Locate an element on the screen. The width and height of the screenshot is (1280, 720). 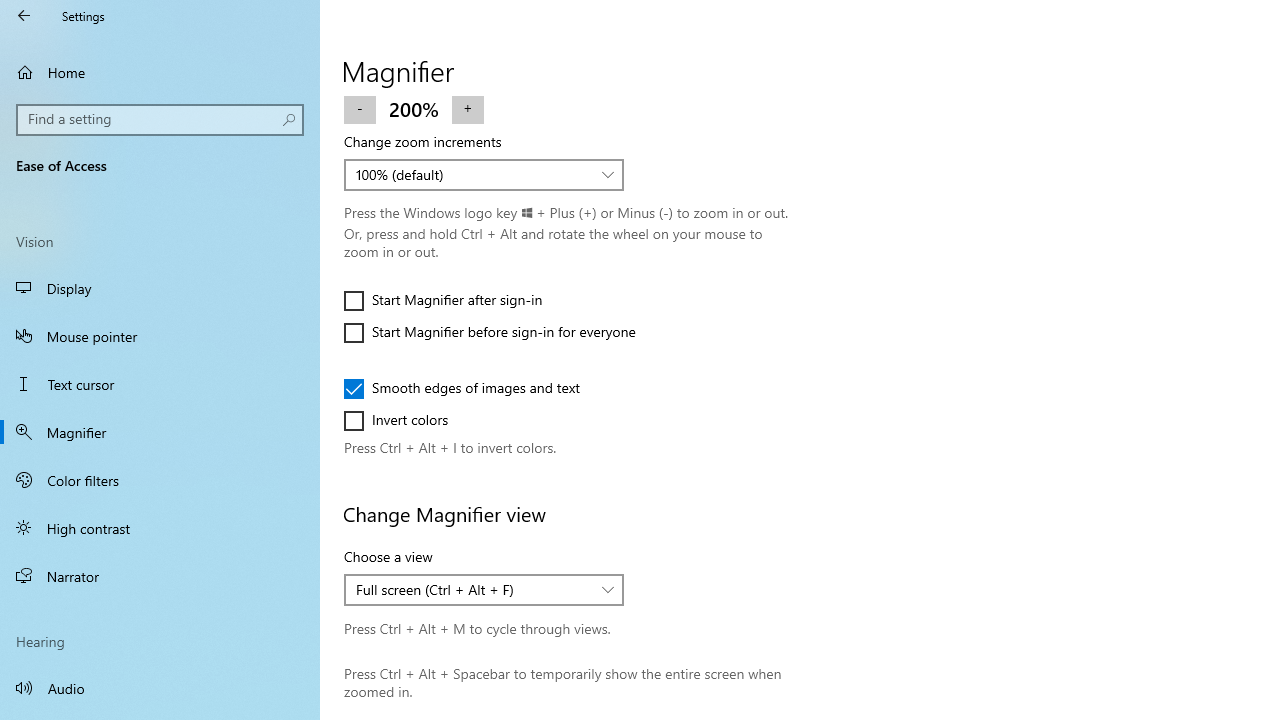
'Audio' is located at coordinates (160, 686).